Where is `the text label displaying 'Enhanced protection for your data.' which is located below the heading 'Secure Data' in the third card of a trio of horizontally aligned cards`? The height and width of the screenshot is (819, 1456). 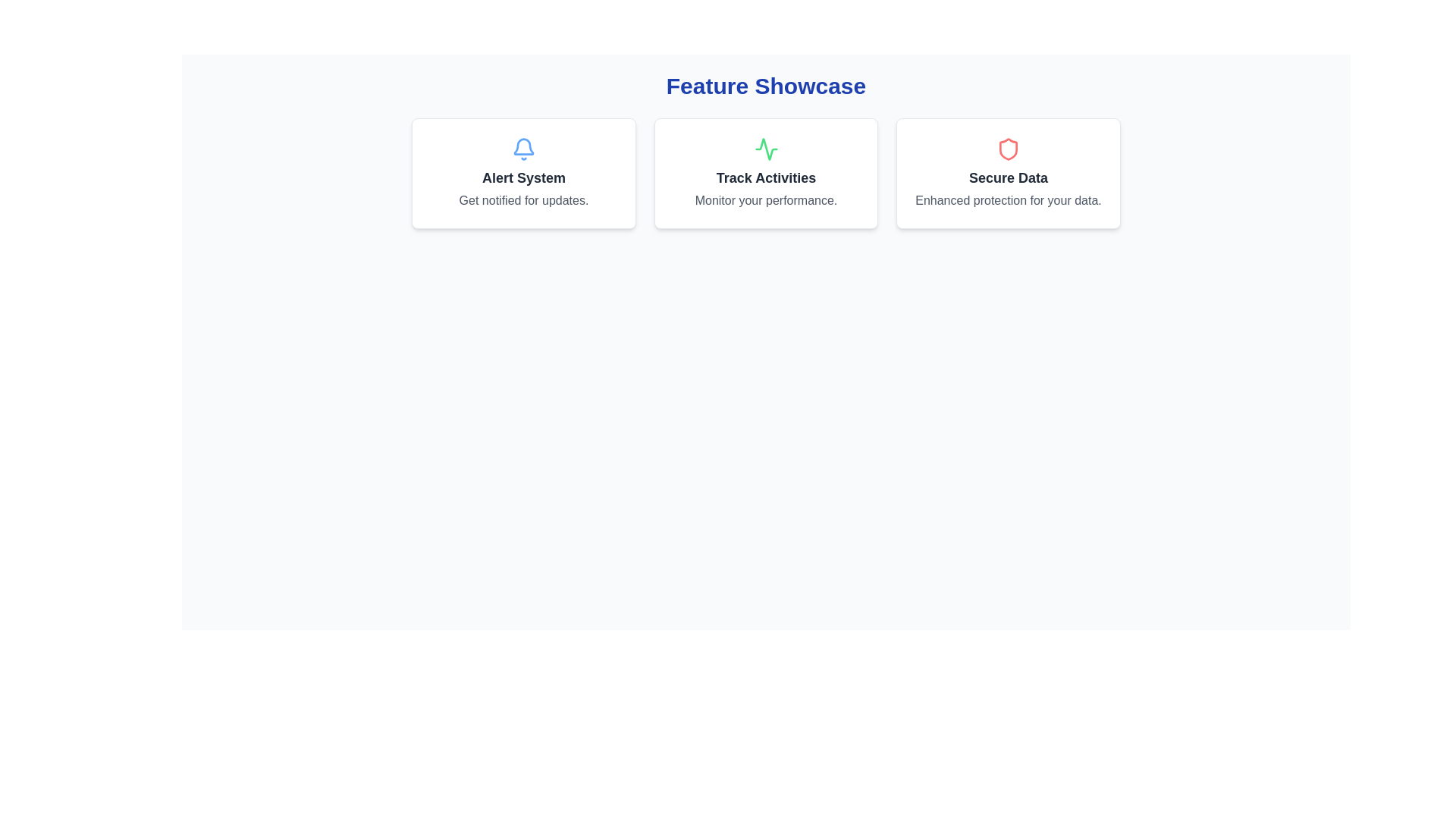 the text label displaying 'Enhanced protection for your data.' which is located below the heading 'Secure Data' in the third card of a trio of horizontally aligned cards is located at coordinates (1008, 200).